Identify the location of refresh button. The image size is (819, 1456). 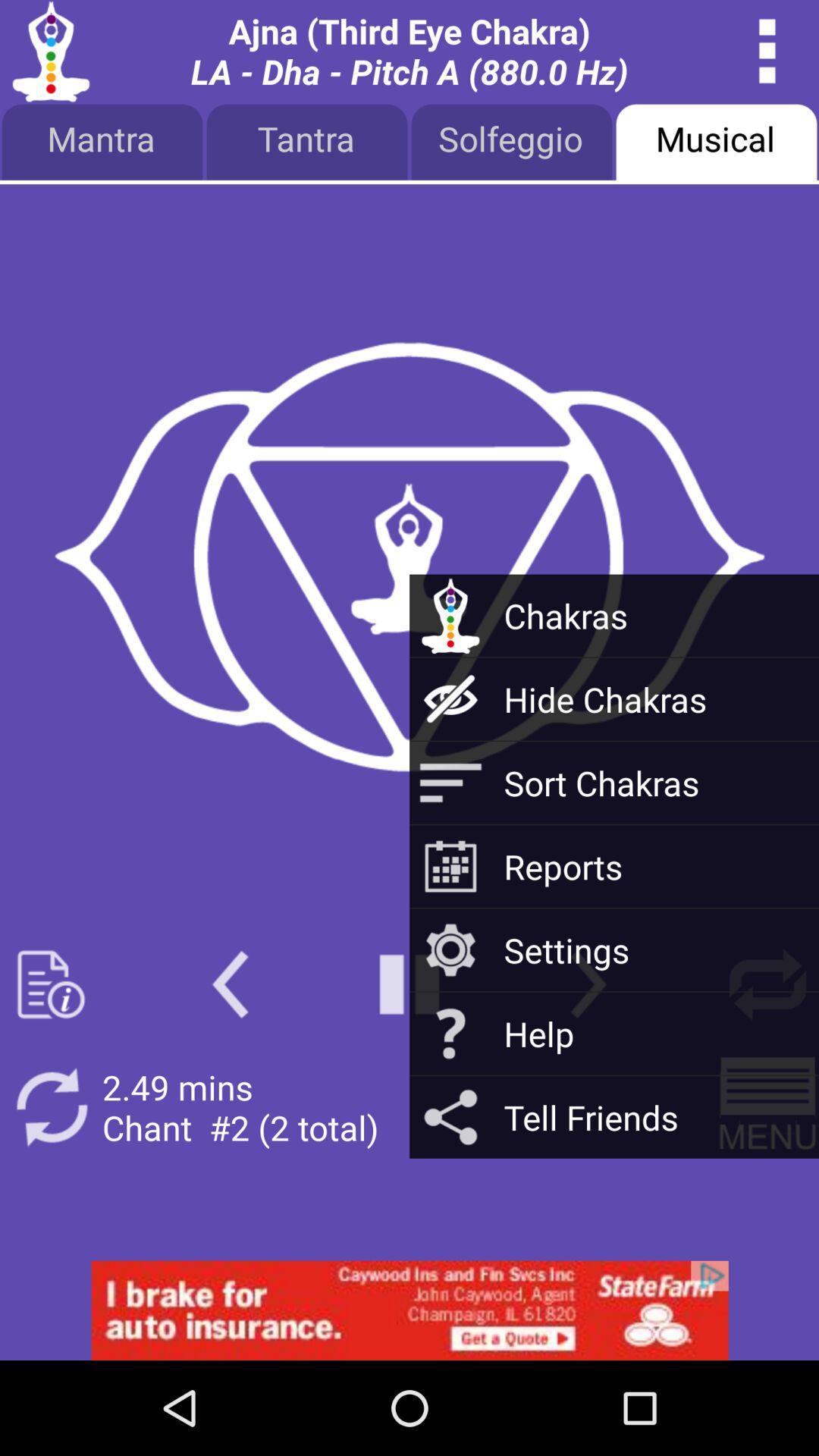
(767, 984).